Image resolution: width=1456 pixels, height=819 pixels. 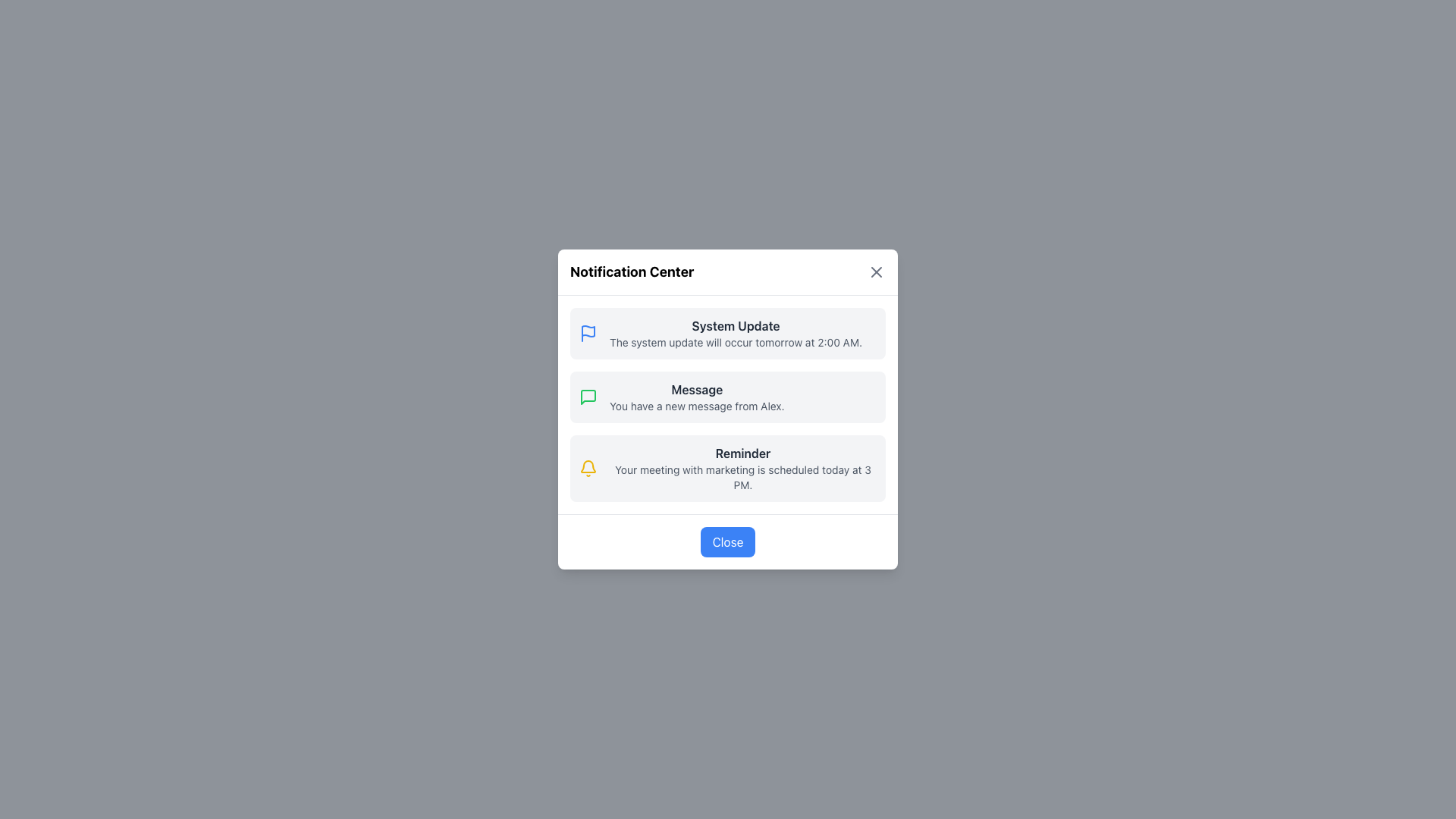 What do you see at coordinates (696, 388) in the screenshot?
I see `the static text label displaying 'Message' in bold, dark gray font, located within a notification card beneath the 'System Update' notification` at bounding box center [696, 388].